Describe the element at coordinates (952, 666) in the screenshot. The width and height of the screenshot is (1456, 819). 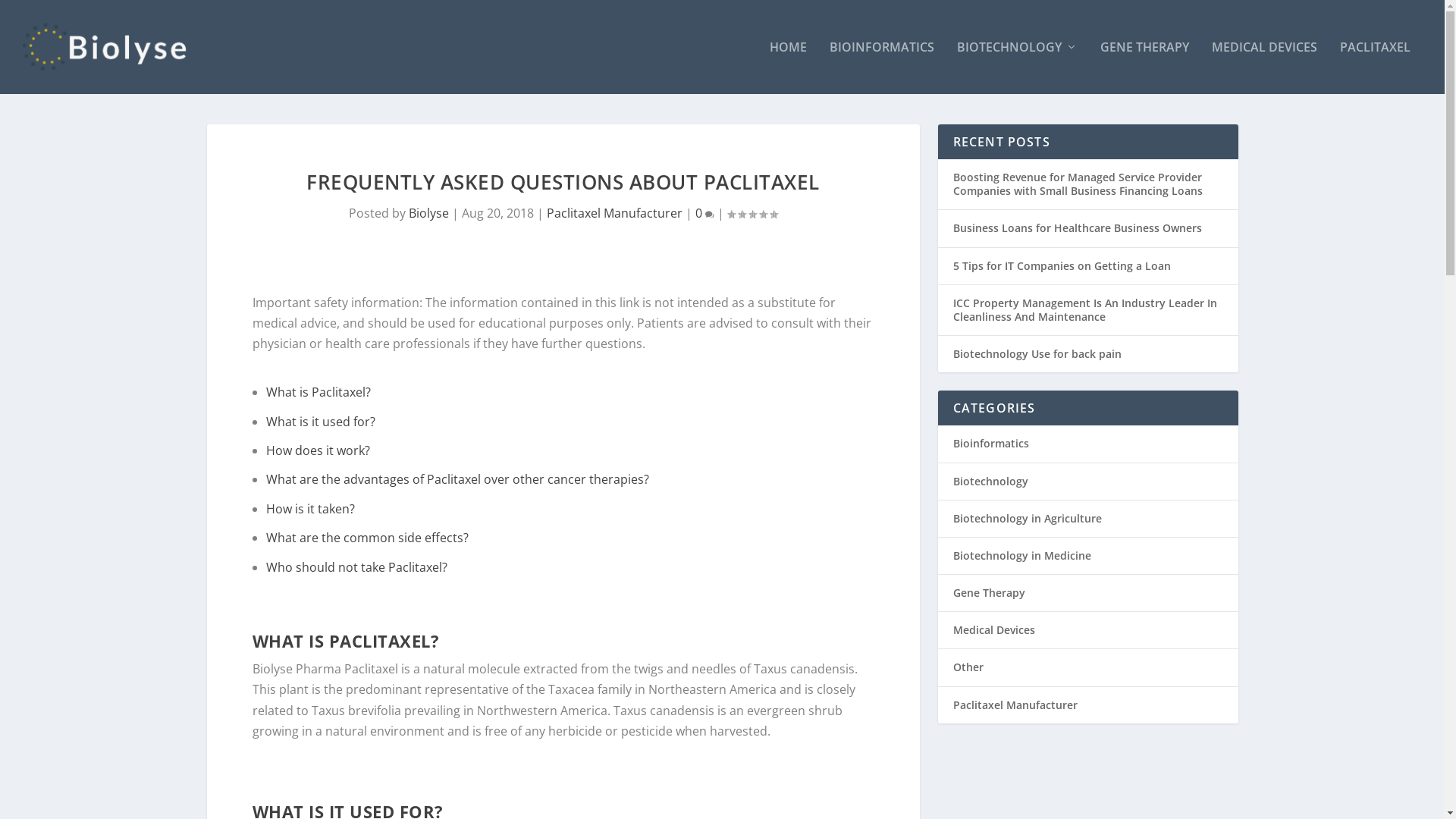
I see `'Other'` at that location.